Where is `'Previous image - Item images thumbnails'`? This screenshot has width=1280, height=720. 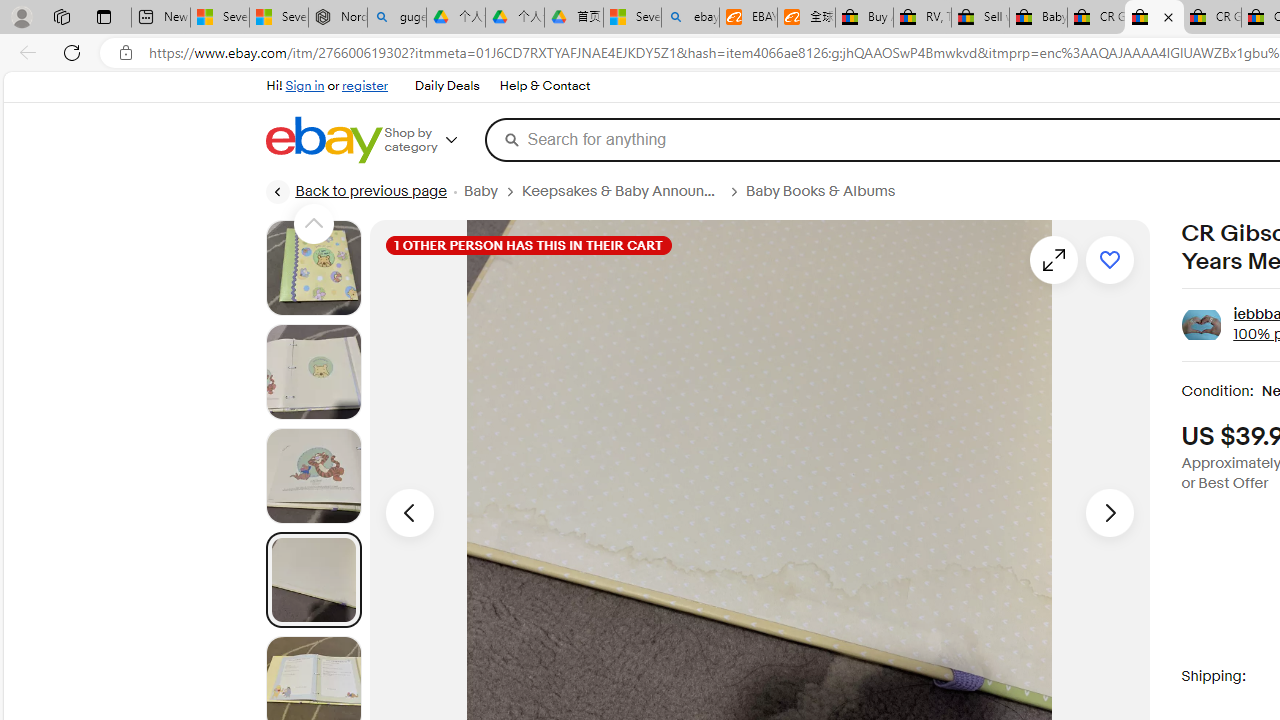 'Previous image - Item images thumbnails' is located at coordinates (408, 511).